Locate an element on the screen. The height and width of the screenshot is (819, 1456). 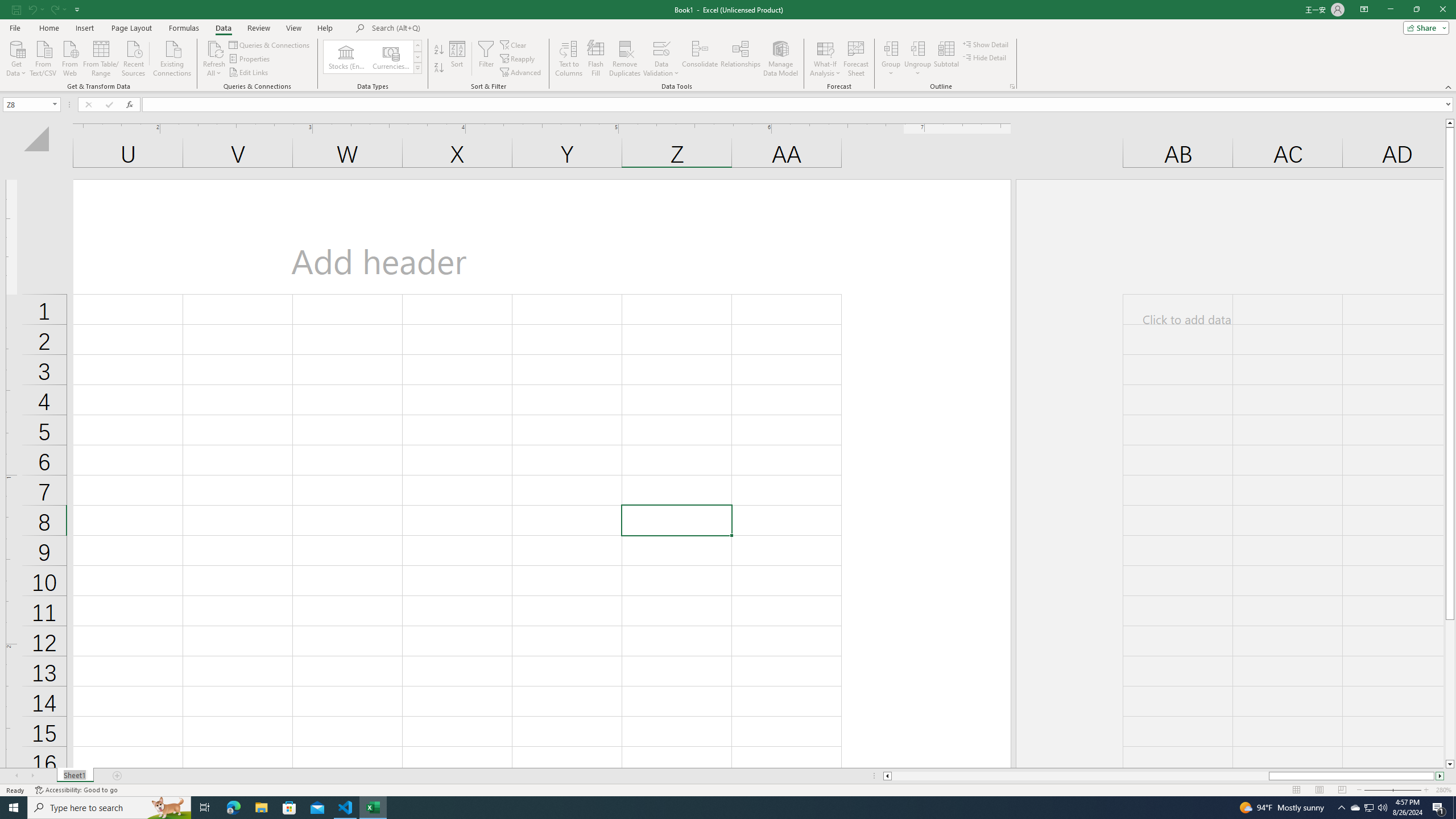
'Data Validation...' is located at coordinates (661, 59).